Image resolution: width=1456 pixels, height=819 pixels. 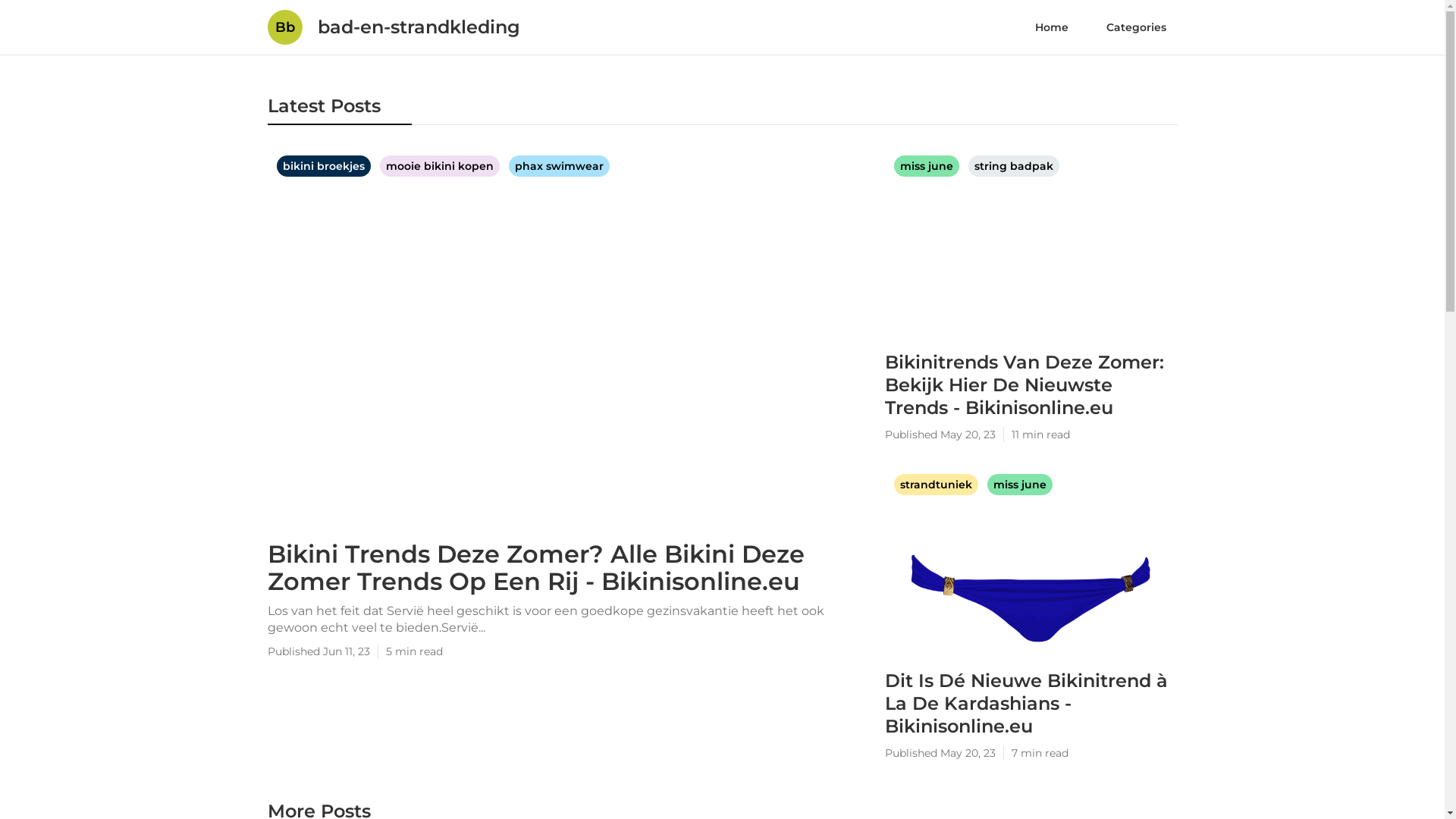 I want to click on 'Home', so click(x=1051, y=27).